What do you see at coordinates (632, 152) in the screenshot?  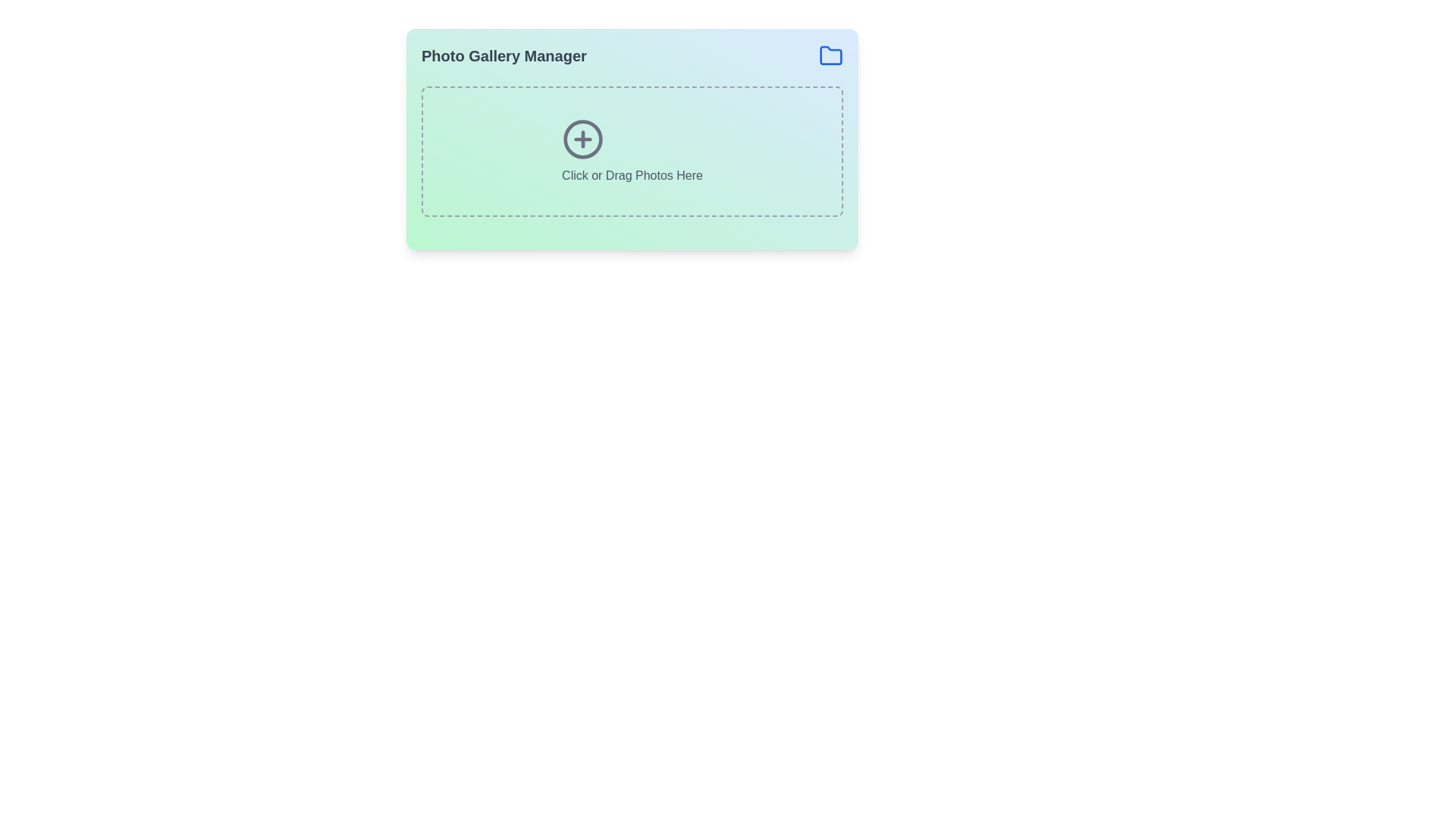 I see `the Drop Zone element below the title 'Photo Gallery Manager'` at bounding box center [632, 152].